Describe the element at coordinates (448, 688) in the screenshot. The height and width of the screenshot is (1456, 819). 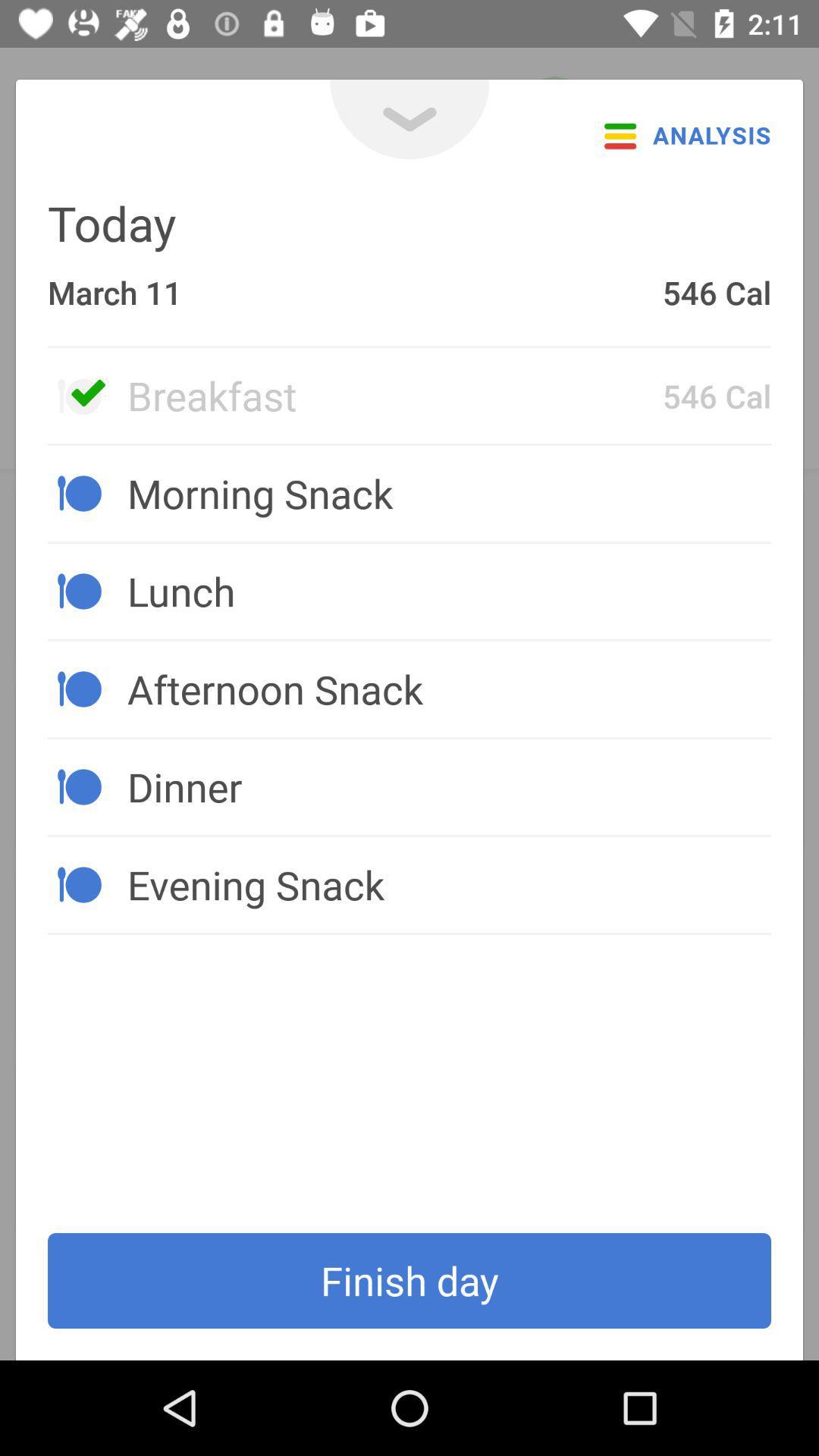
I see `the afternoon snack` at that location.